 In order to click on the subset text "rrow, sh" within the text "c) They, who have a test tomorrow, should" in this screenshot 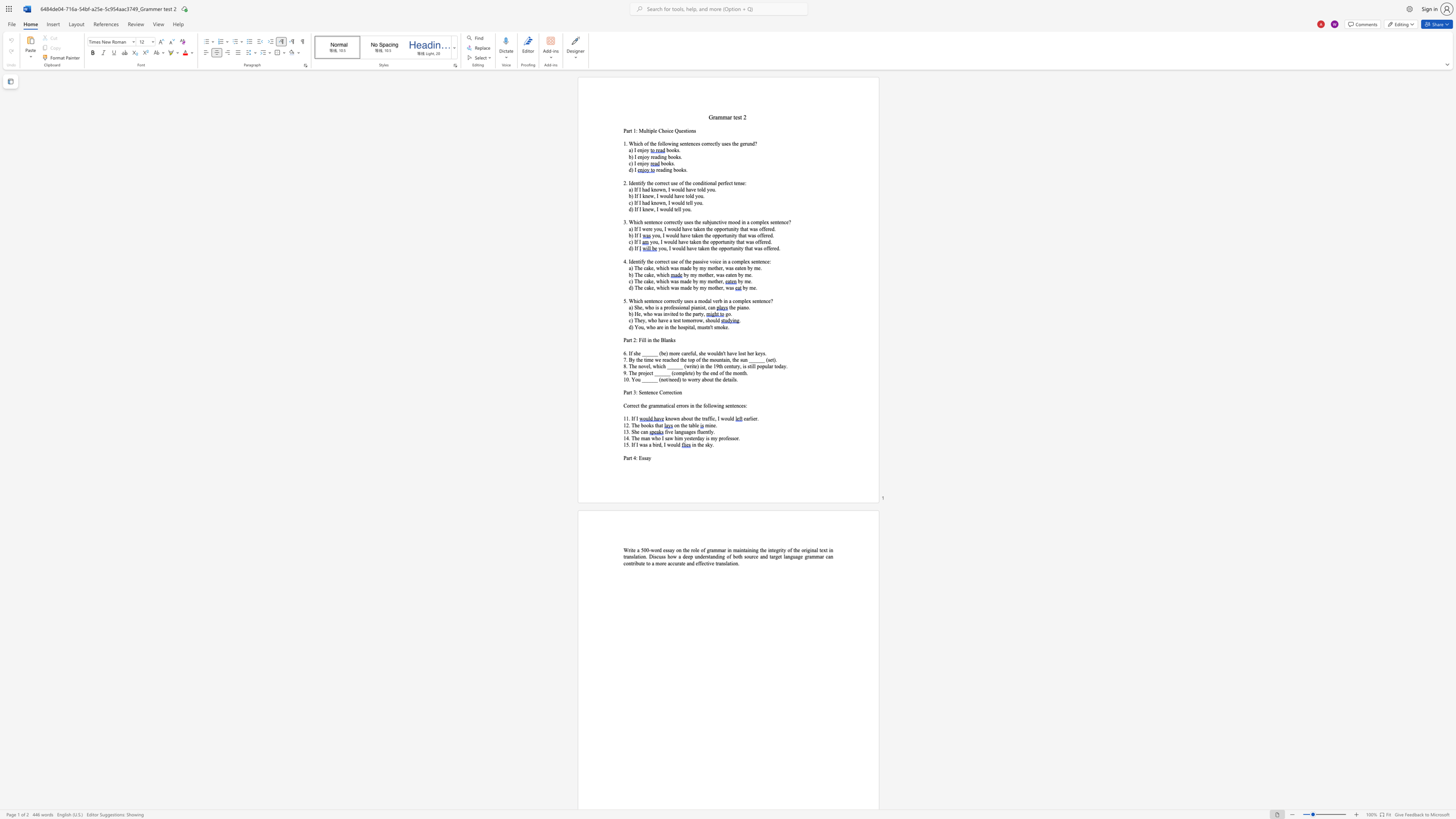, I will do `click(693, 320)`.